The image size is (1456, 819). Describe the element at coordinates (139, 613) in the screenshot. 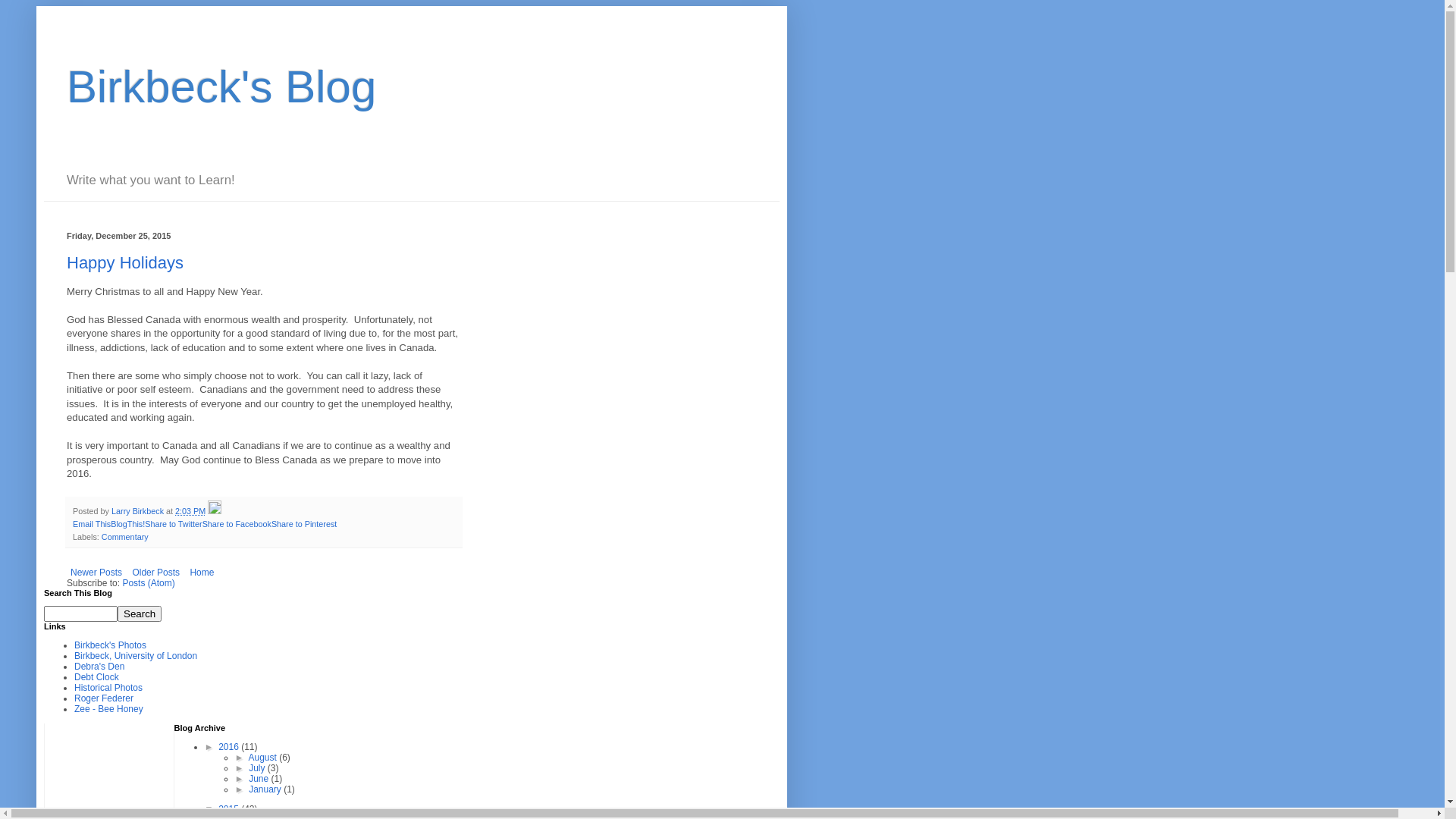

I see `'Search'` at that location.